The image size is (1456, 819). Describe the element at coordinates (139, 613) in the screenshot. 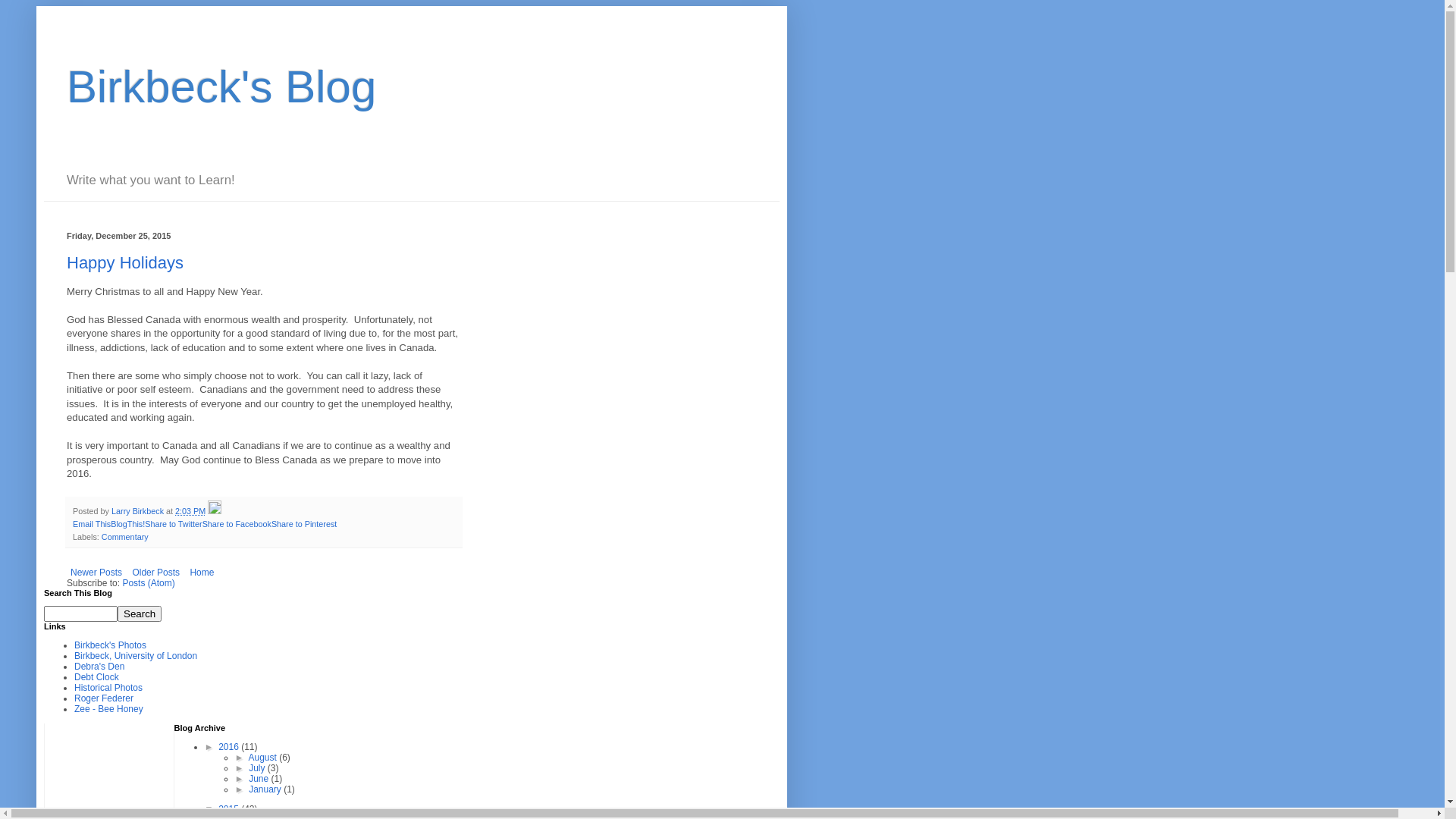

I see `'Search'` at that location.